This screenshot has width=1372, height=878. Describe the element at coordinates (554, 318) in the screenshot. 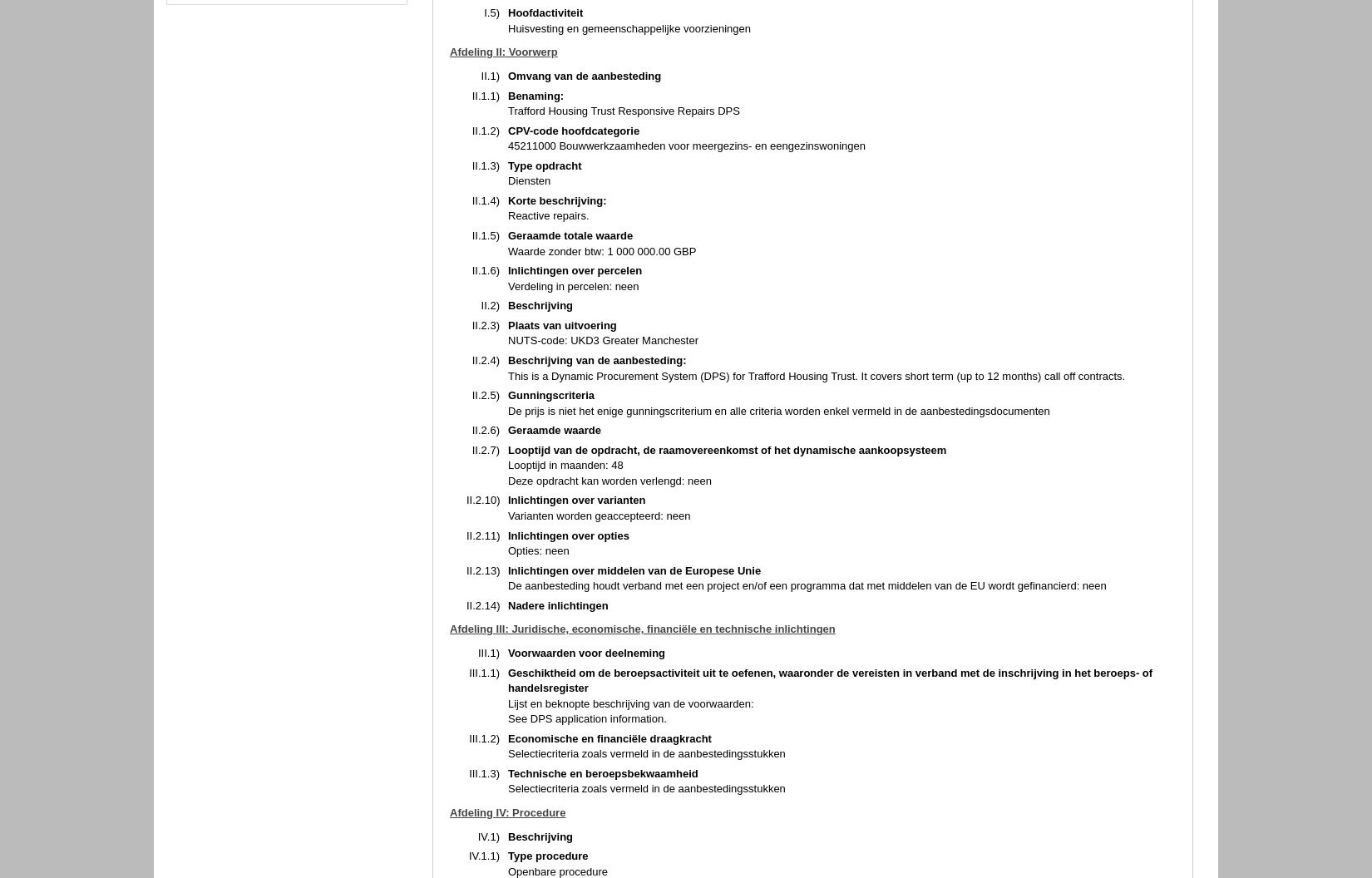

I see `'To access the DPS:'` at that location.